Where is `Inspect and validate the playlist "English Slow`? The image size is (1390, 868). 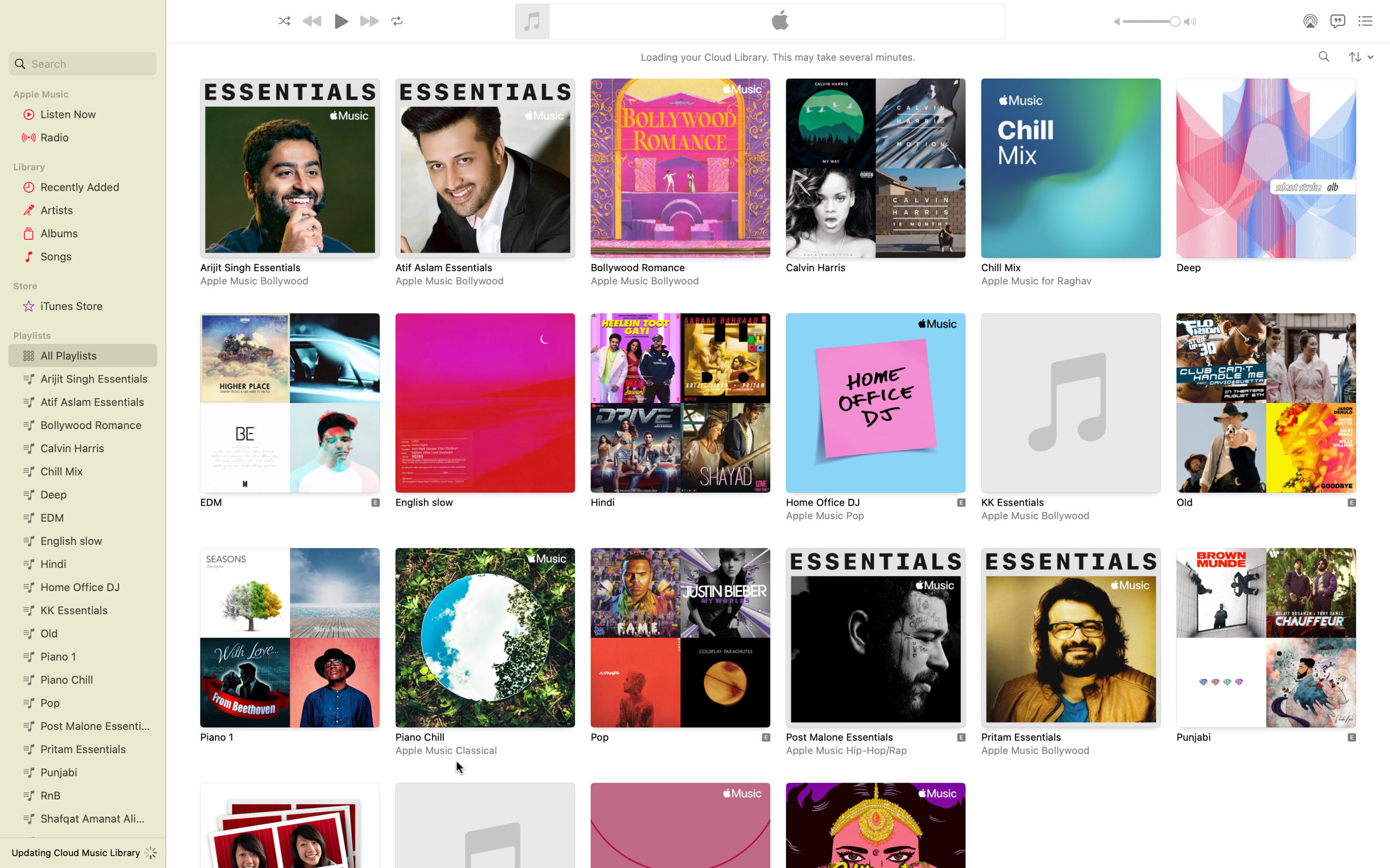
Inspect and validate the playlist "English Slow is located at coordinates (484, 414).